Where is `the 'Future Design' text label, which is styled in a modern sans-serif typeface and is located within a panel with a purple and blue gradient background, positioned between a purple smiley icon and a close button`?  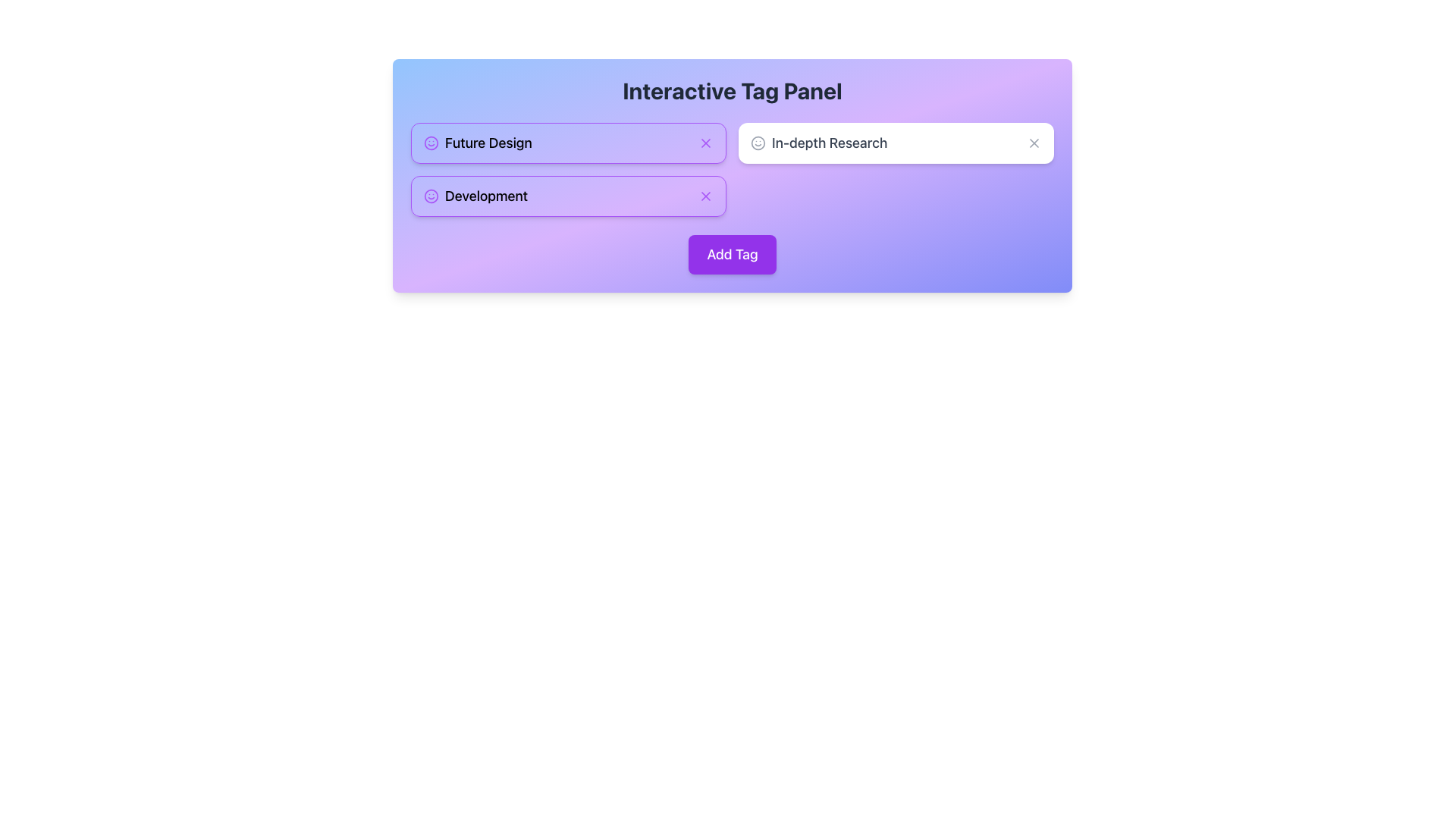 the 'Future Design' text label, which is styled in a modern sans-serif typeface and is located within a panel with a purple and blue gradient background, positioned between a purple smiley icon and a close button is located at coordinates (488, 143).